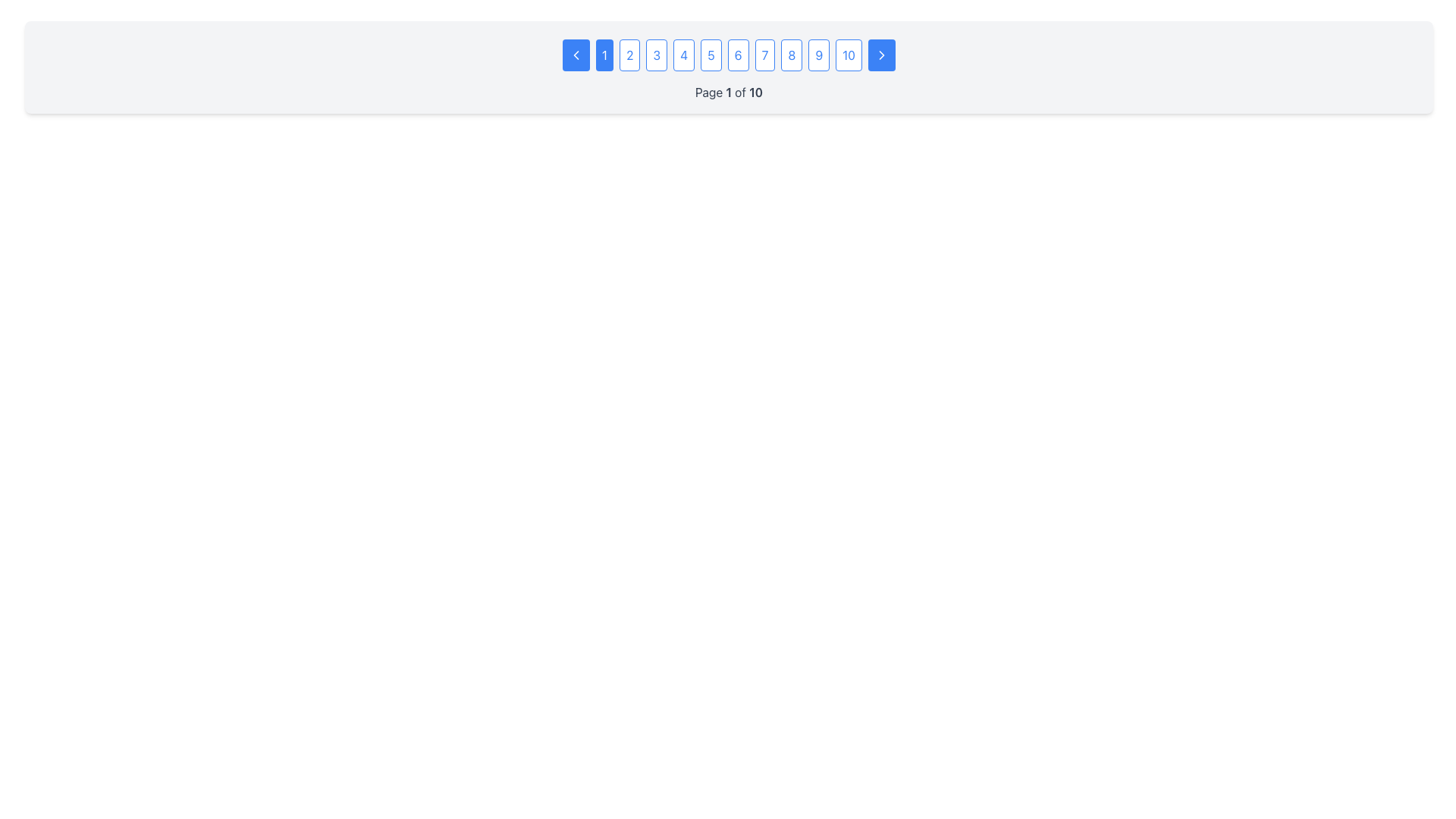  I want to click on the leftmost blue navigation button icon to go to the previous page in the paginated sequence, so click(575, 55).